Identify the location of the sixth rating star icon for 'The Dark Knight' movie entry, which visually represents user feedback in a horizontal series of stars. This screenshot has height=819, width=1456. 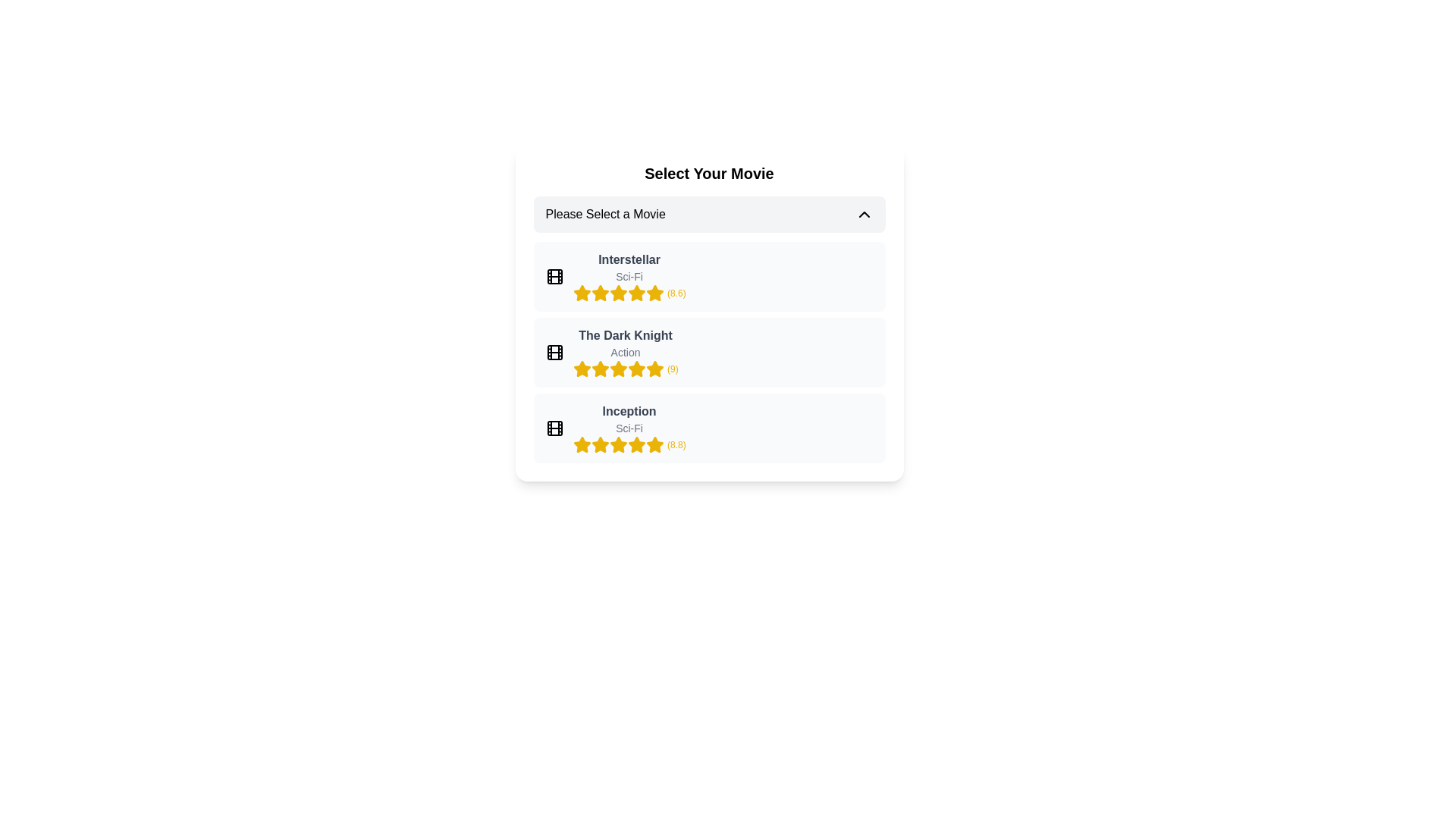
(636, 369).